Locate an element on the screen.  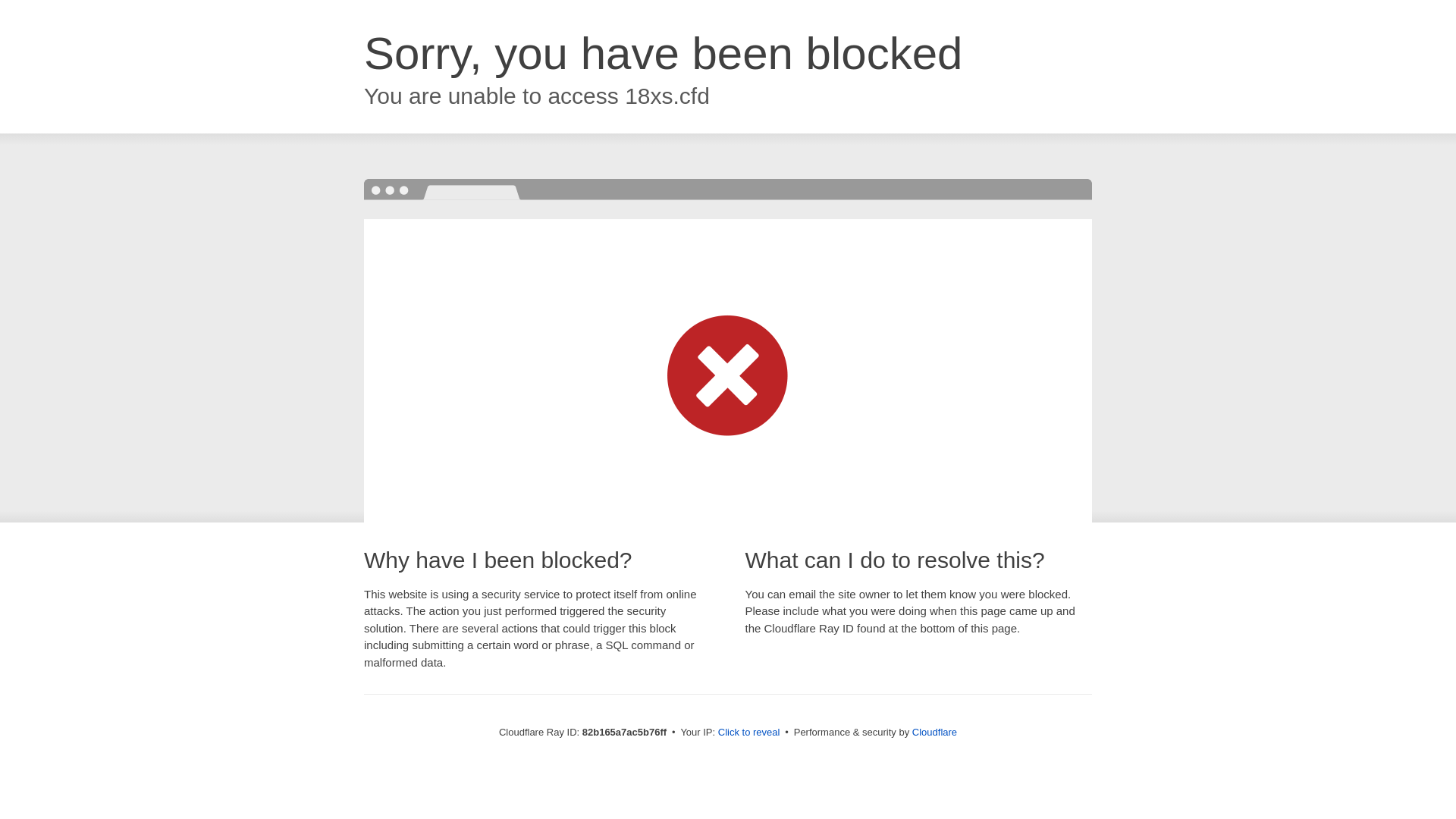
'Cloudflare' is located at coordinates (912, 731).